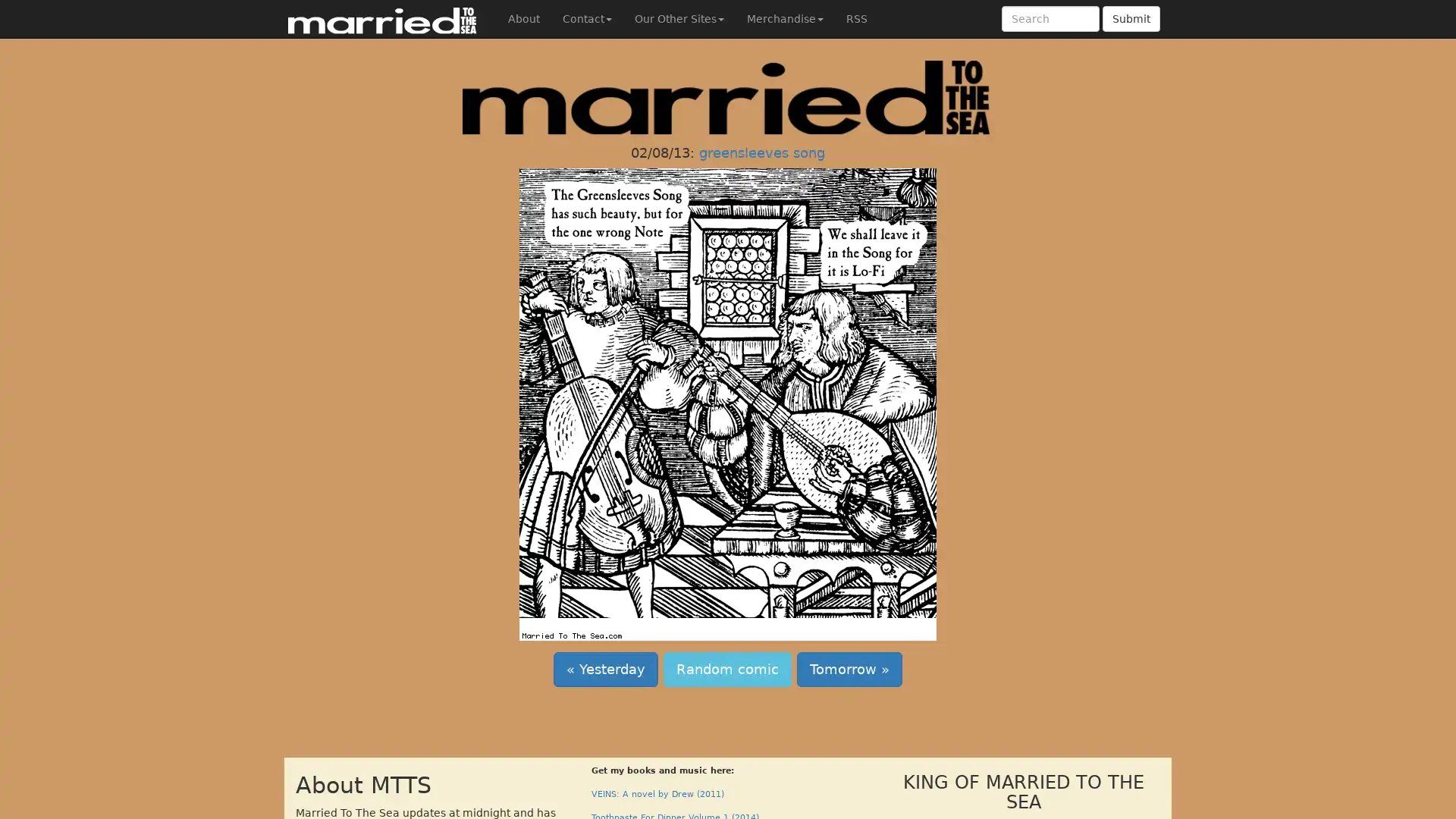 The image size is (1456, 819). I want to click on Yesterday, so click(604, 668).